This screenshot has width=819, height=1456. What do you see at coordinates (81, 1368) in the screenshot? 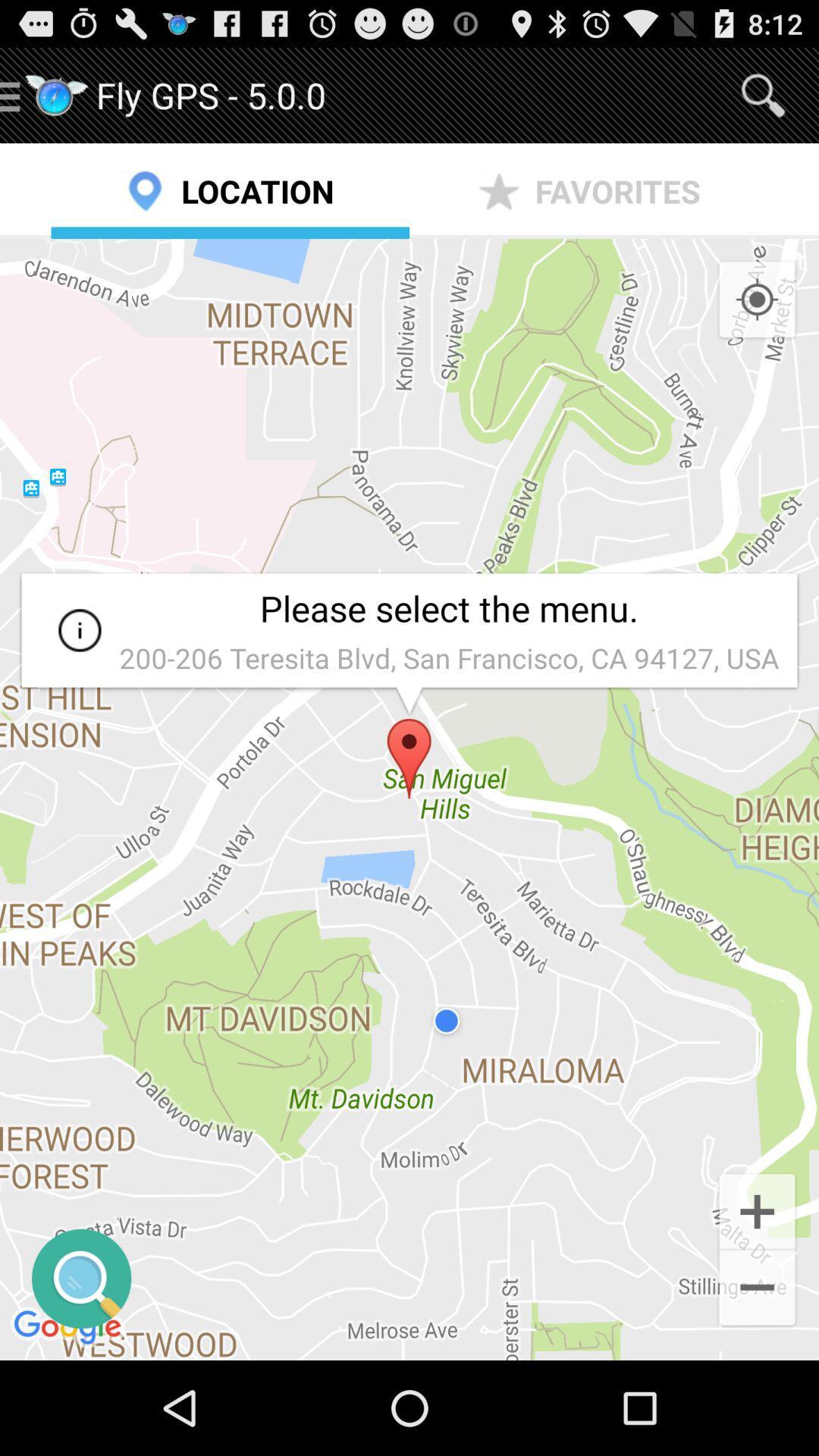
I see `the search icon` at bounding box center [81, 1368].